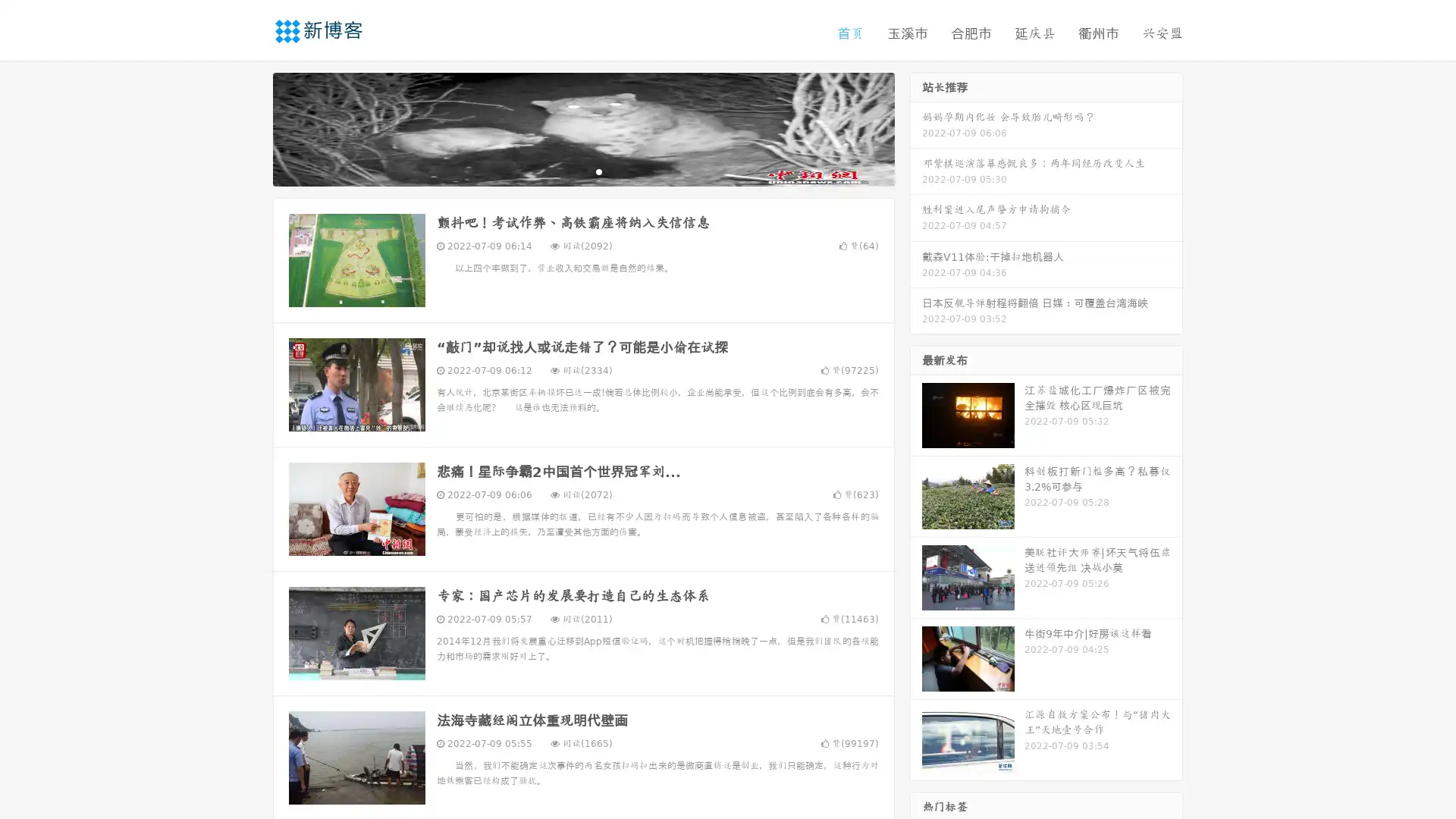 This screenshot has height=819, width=1456. Describe the element at coordinates (582, 171) in the screenshot. I see `Go to slide 2` at that location.